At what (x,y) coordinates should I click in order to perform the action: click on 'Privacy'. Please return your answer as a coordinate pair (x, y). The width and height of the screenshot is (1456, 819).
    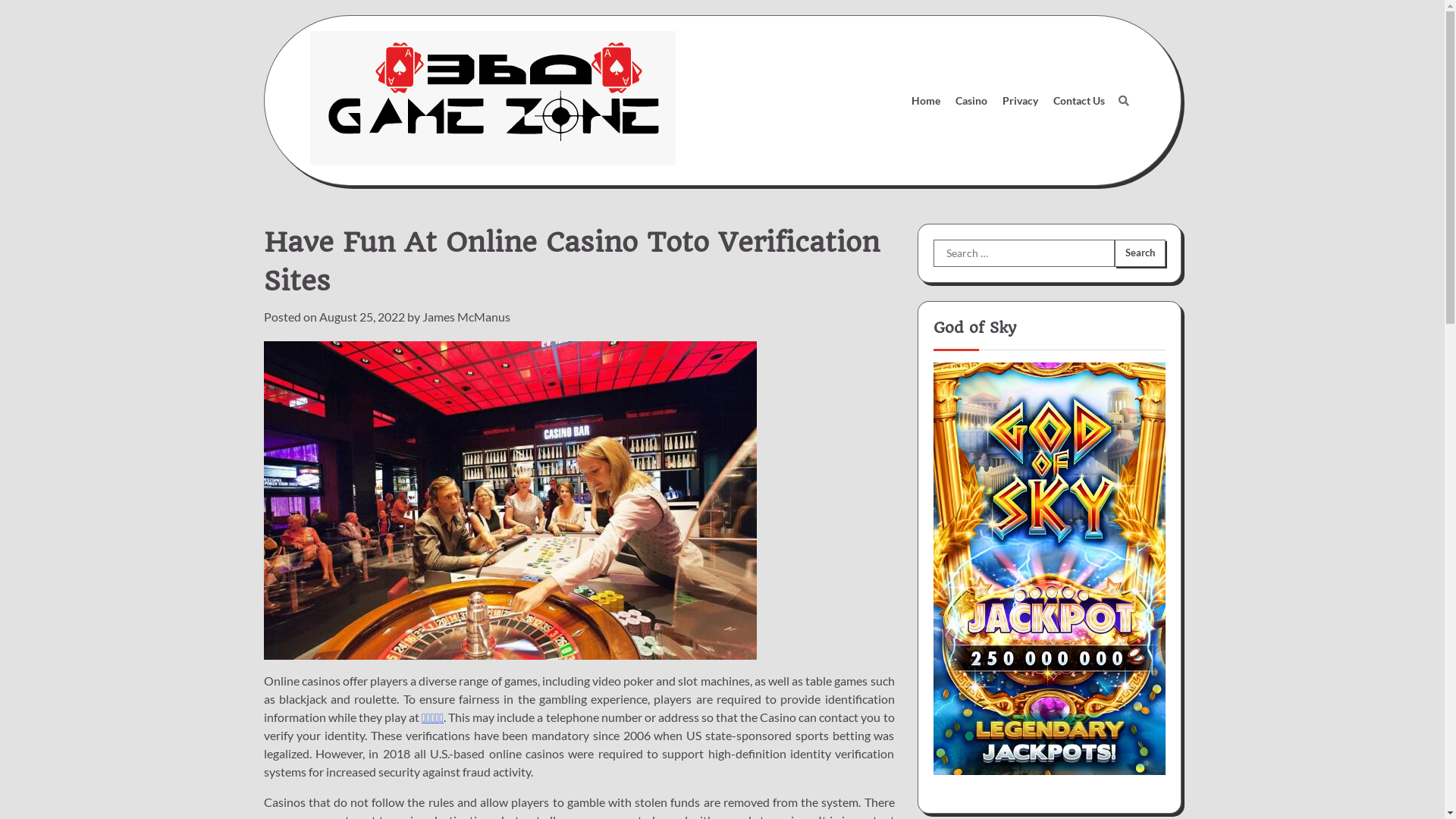
    Looking at the image, I should click on (994, 100).